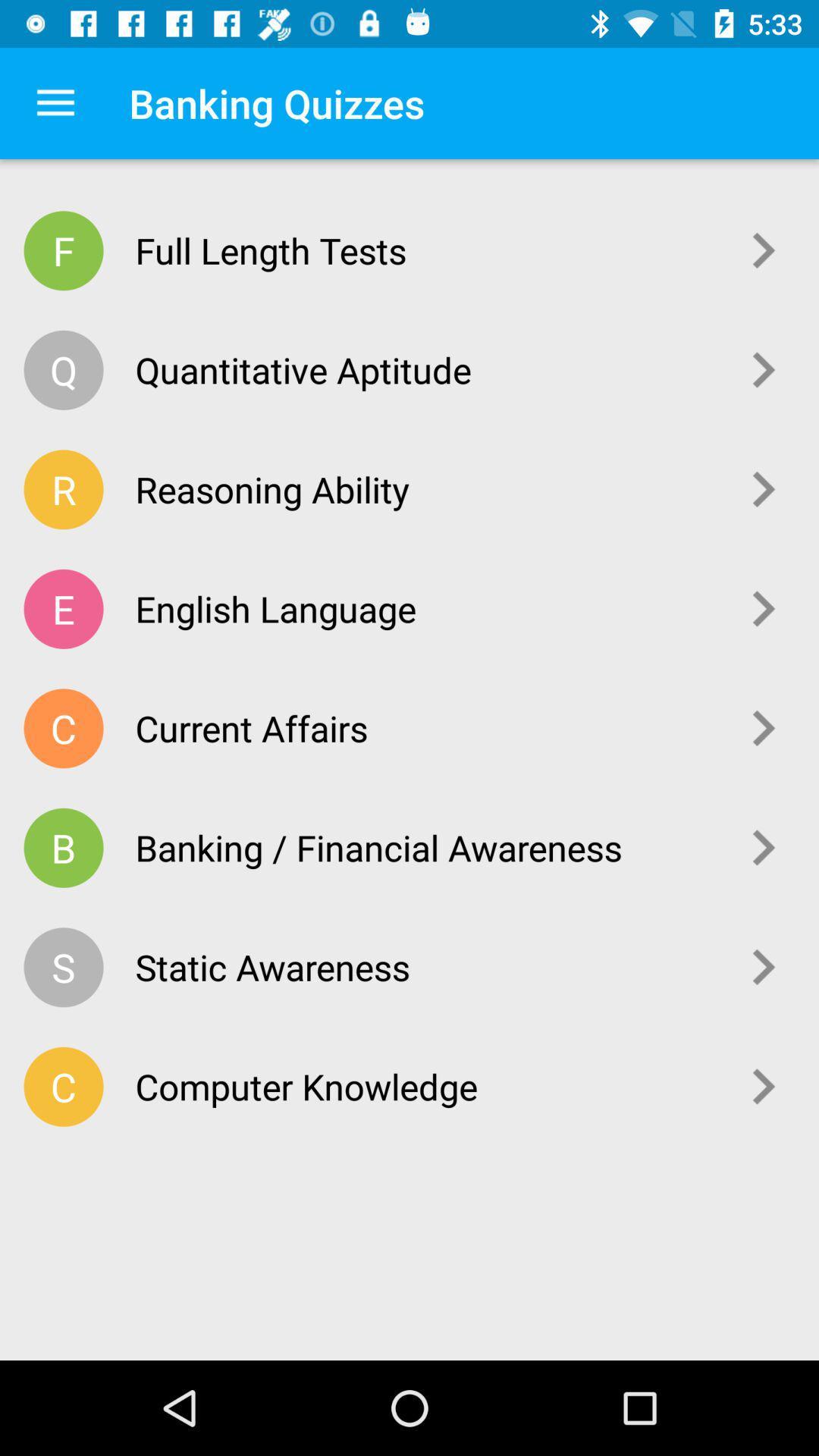 This screenshot has height=1456, width=819. Describe the element at coordinates (425, 966) in the screenshot. I see `item below banking / financial awareness item` at that location.